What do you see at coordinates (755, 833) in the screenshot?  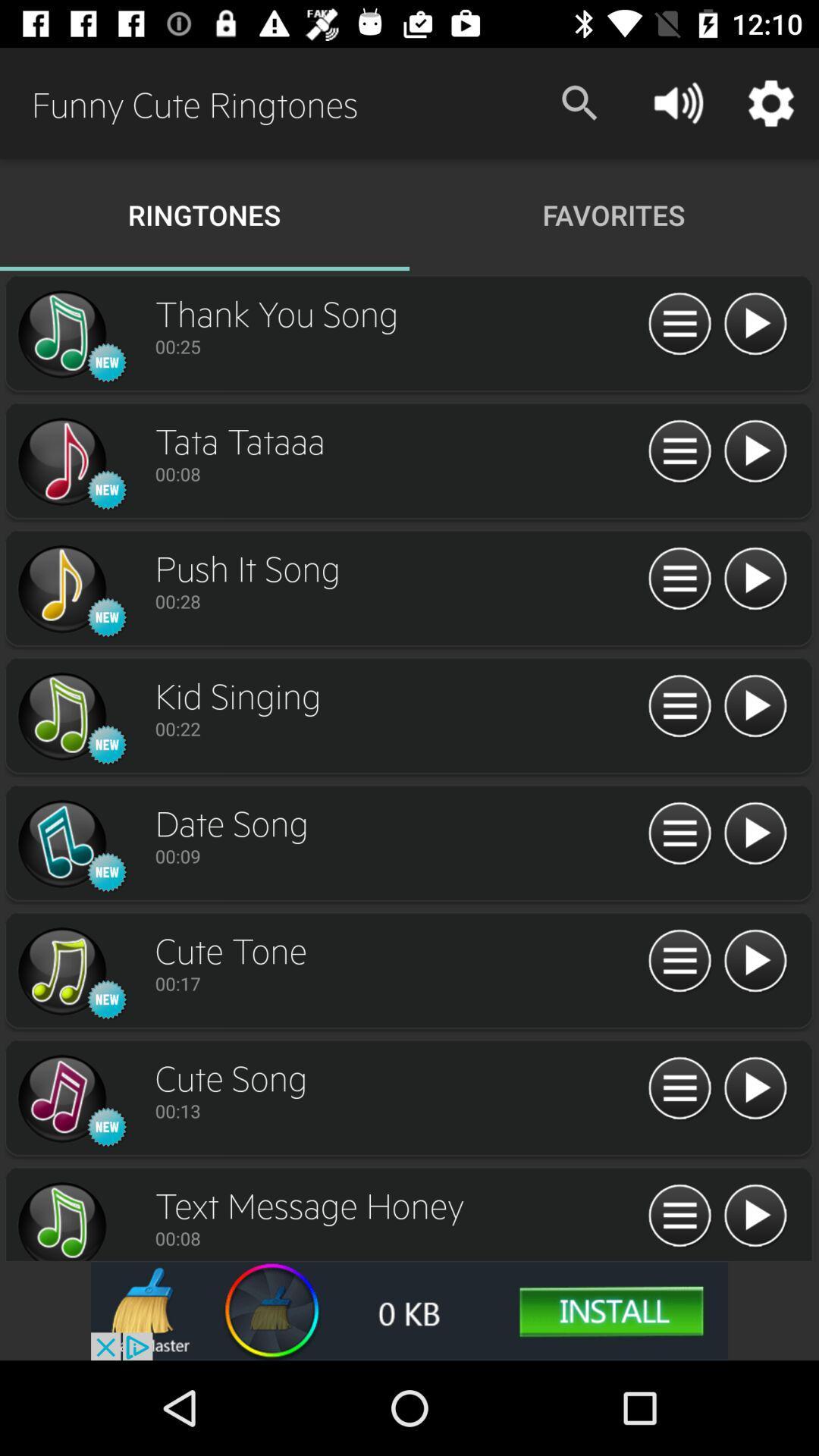 I see `sound` at bounding box center [755, 833].